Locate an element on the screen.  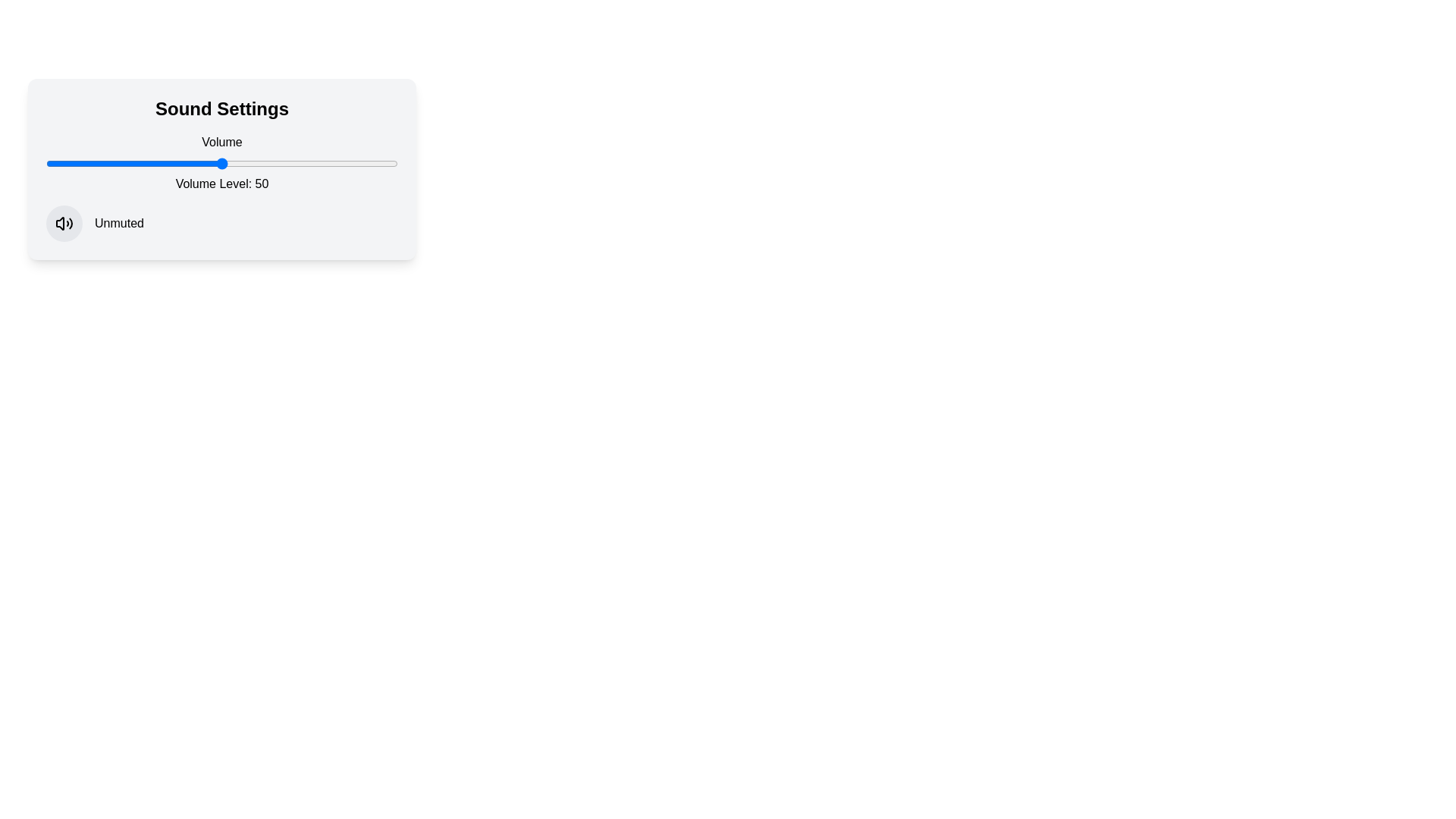
the volume is located at coordinates (190, 164).